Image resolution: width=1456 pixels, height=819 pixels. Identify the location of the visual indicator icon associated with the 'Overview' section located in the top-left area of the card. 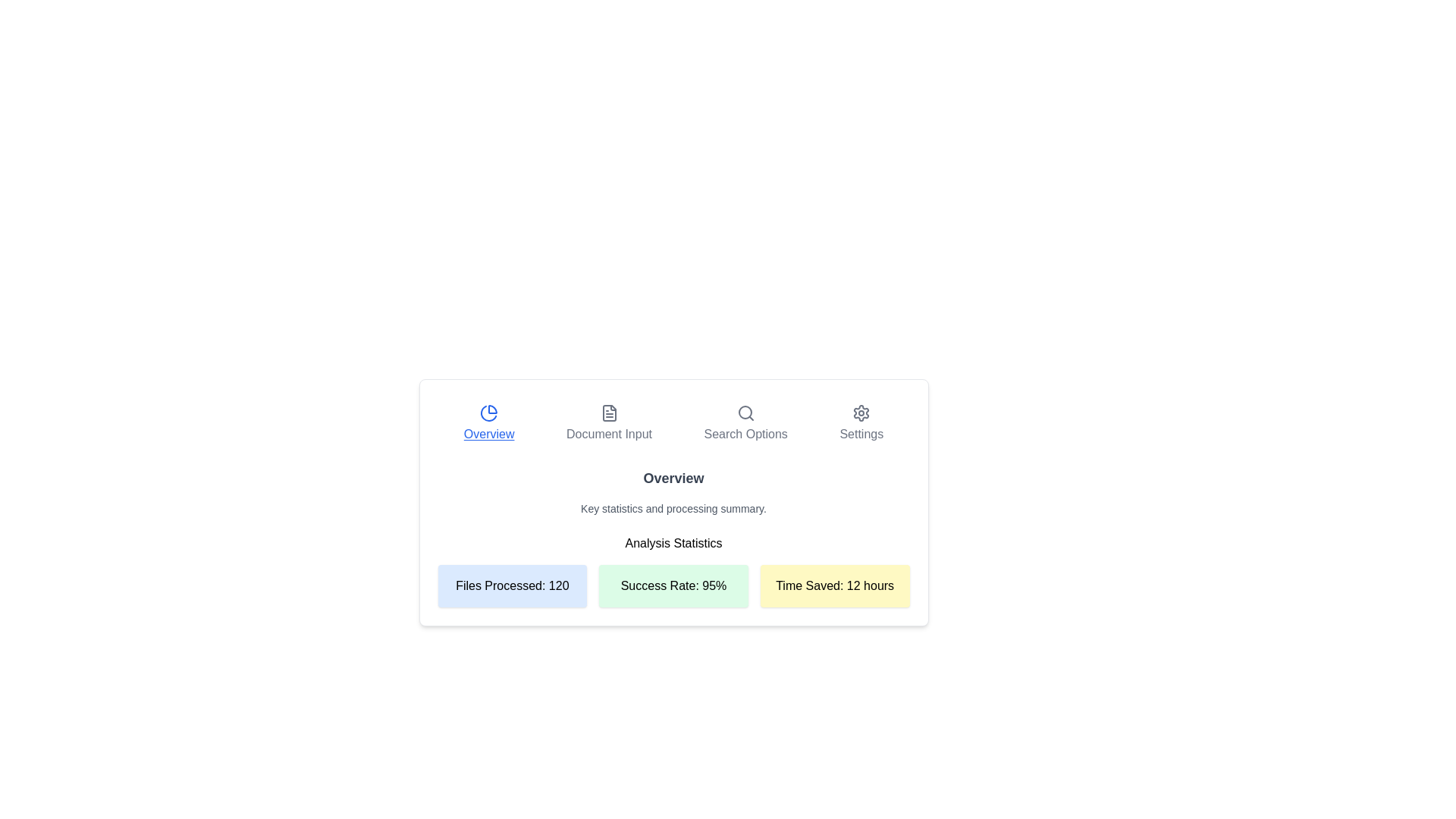
(488, 413).